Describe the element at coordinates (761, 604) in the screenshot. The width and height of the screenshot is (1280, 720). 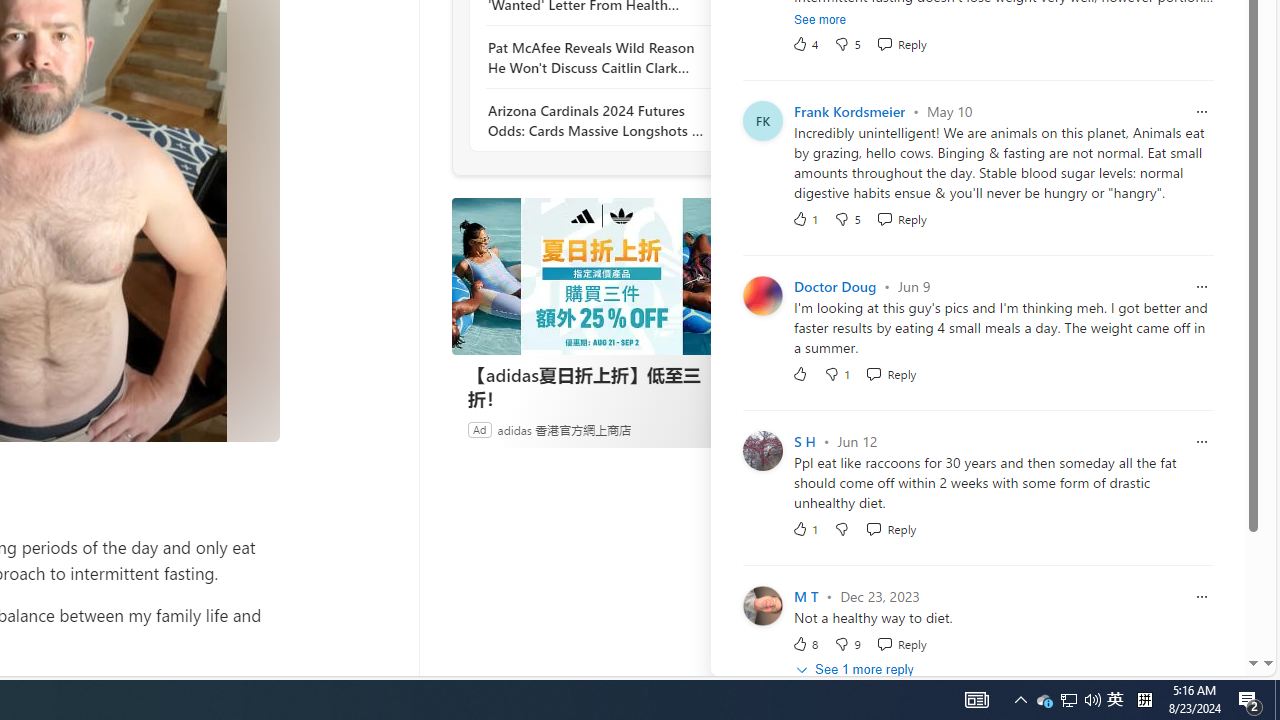
I see `'Profile Picture'` at that location.